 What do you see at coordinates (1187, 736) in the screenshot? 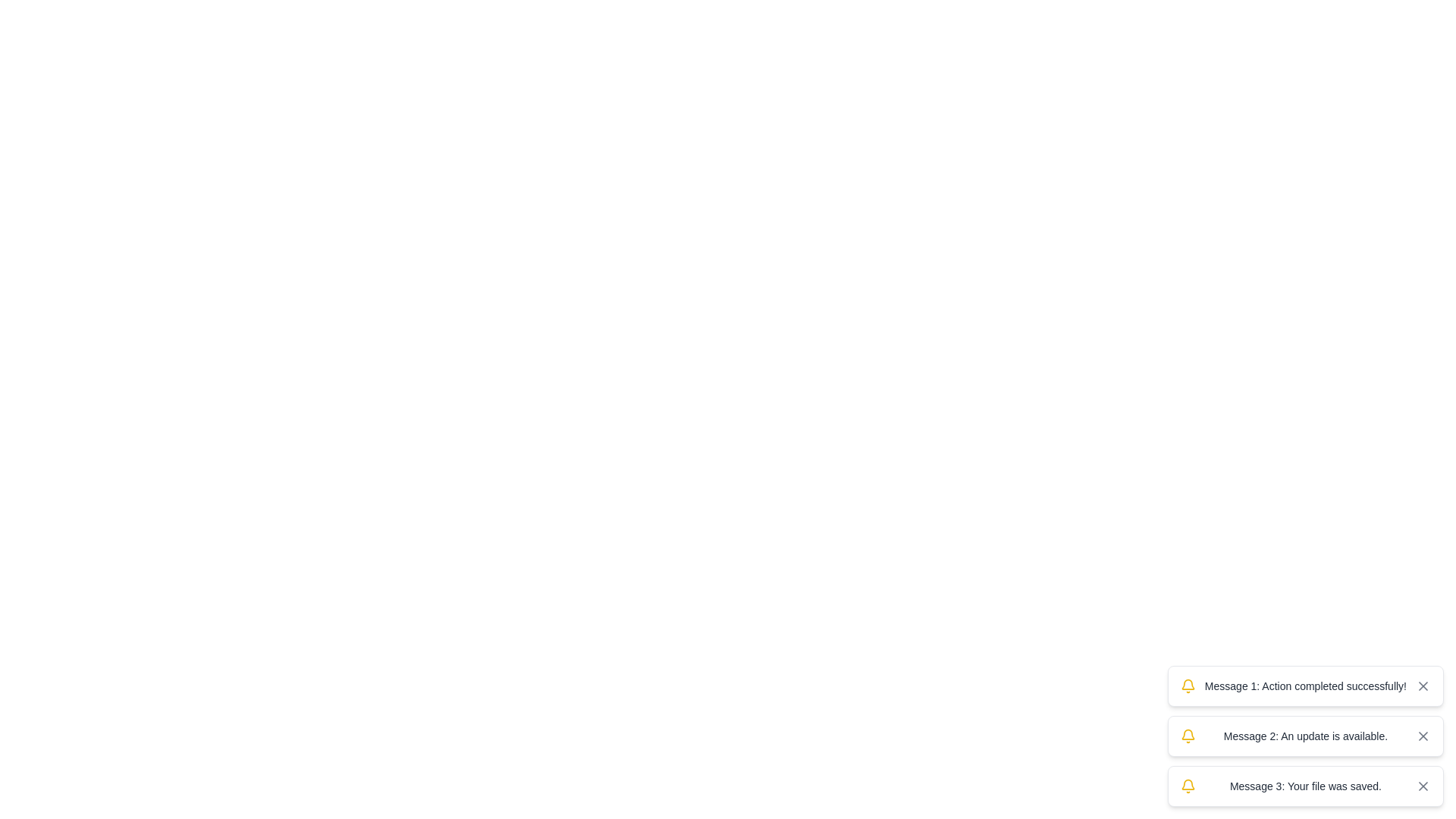
I see `the yellow bell icon in the second notification labeled 'Message 2: An update is available.'` at bounding box center [1187, 736].